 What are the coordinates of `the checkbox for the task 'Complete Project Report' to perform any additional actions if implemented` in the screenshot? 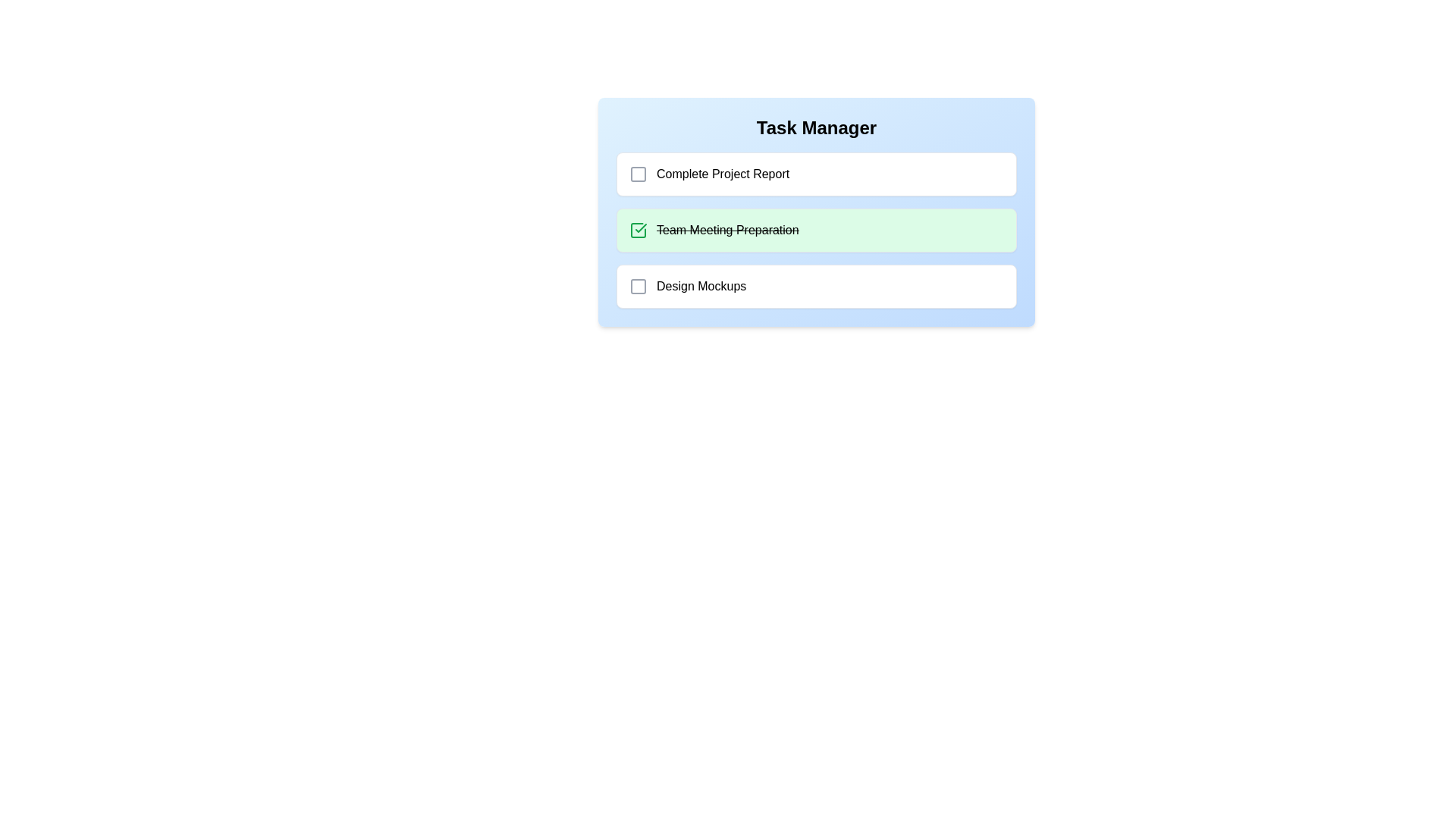 It's located at (638, 174).